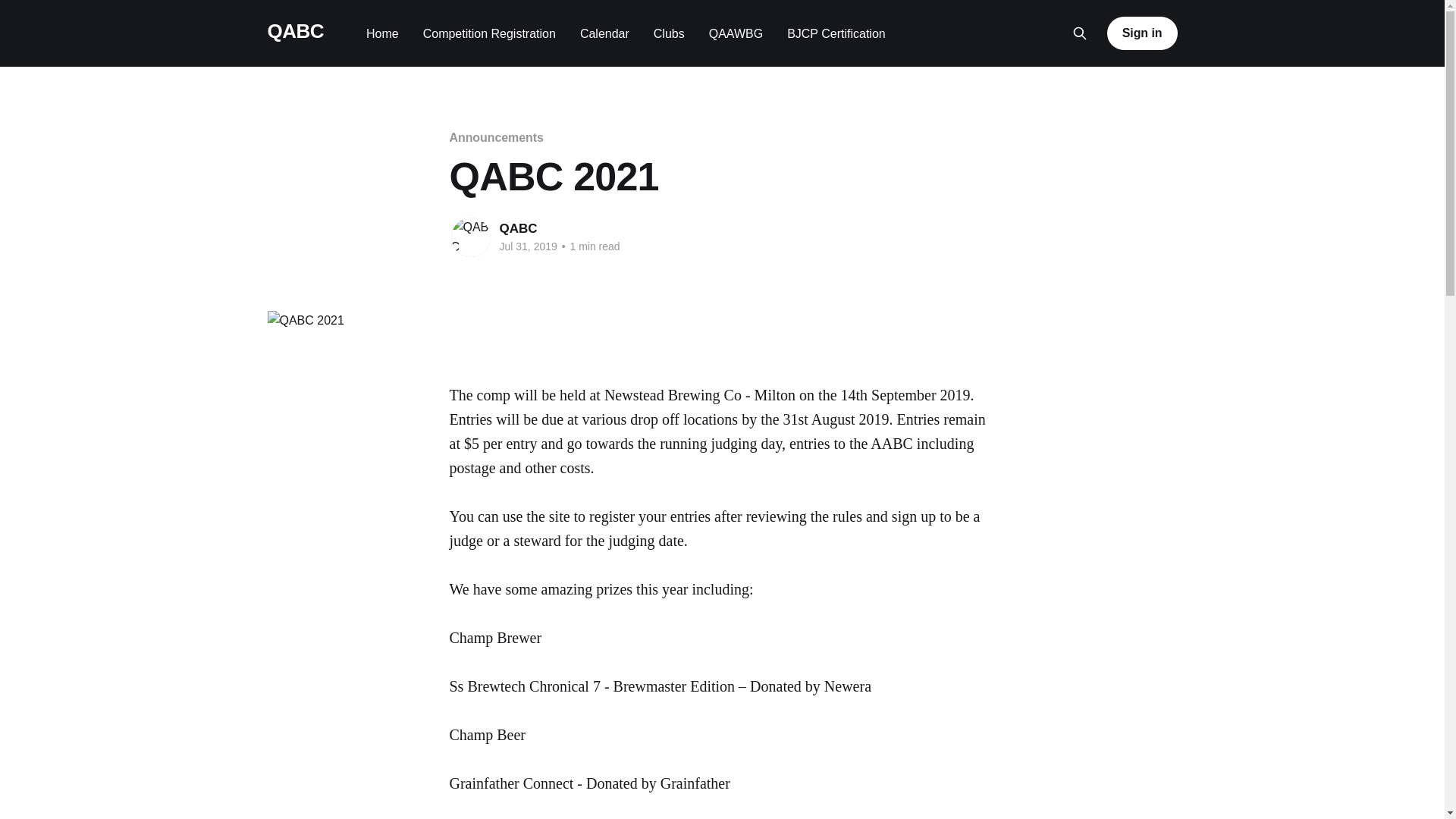 The width and height of the screenshot is (1456, 819). Describe the element at coordinates (668, 33) in the screenshot. I see `'Clubs'` at that location.